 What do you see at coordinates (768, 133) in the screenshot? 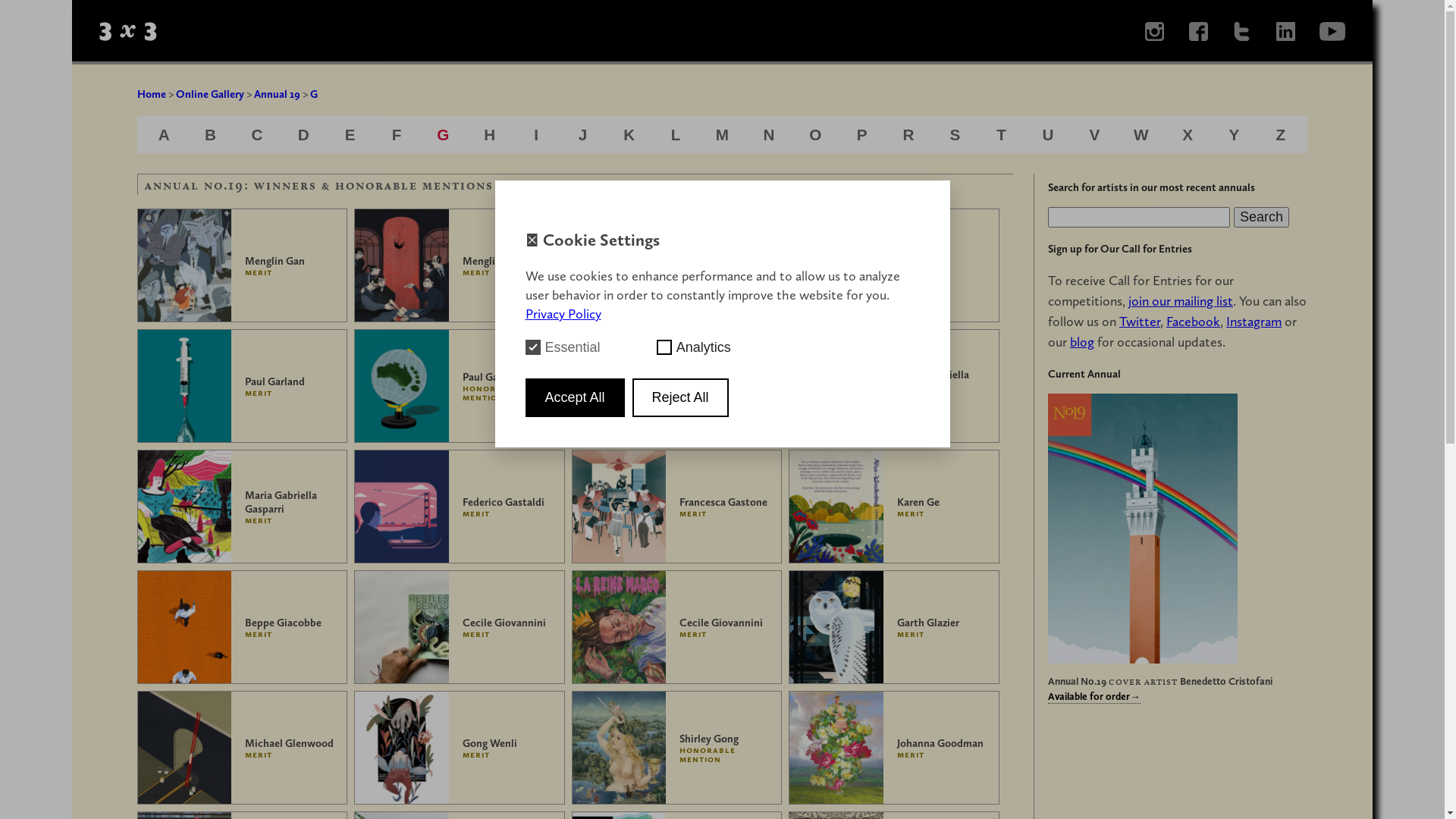
I see `'N'` at bounding box center [768, 133].